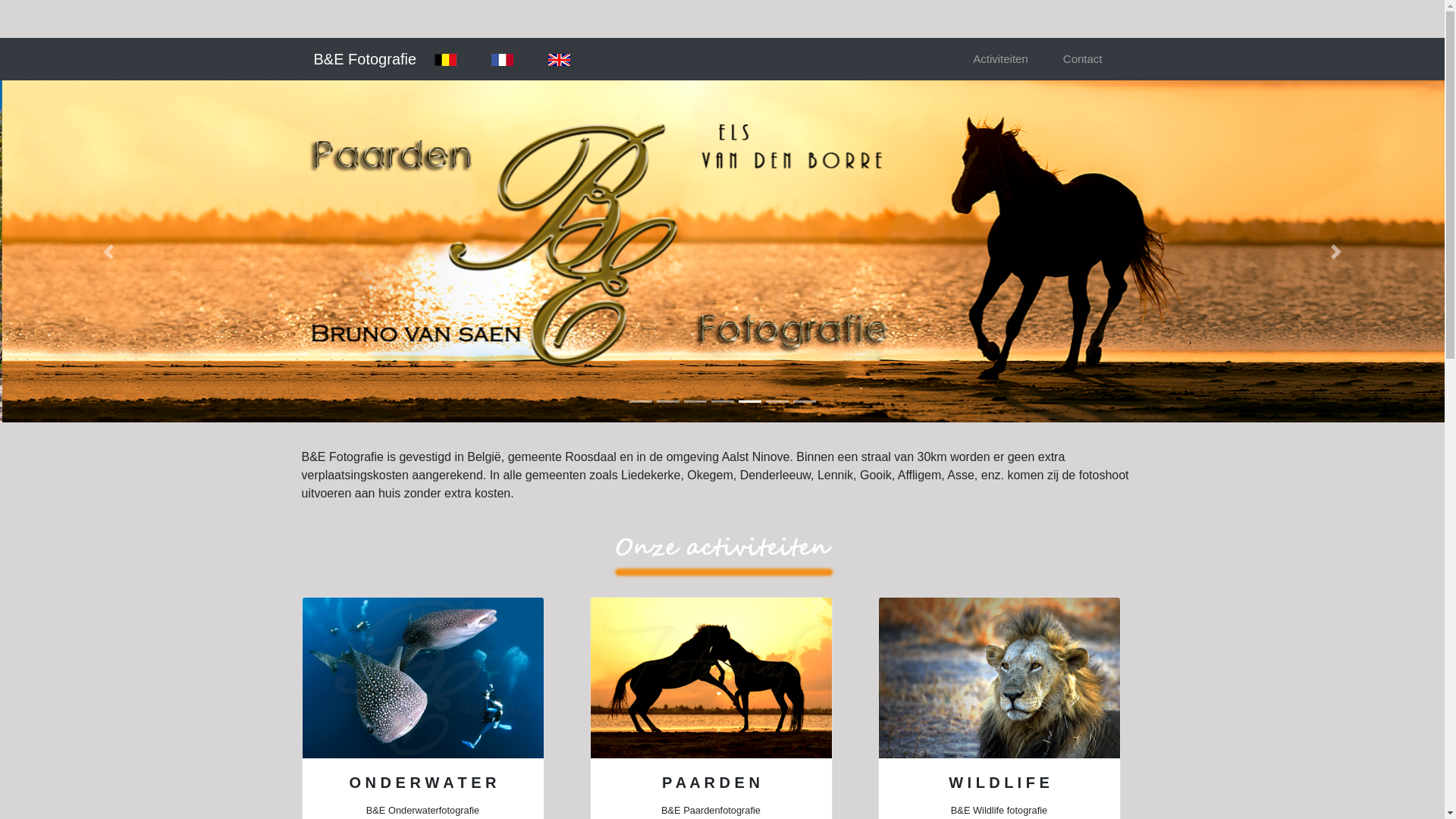  What do you see at coordinates (1000, 58) in the screenshot?
I see `'Activiteiten'` at bounding box center [1000, 58].